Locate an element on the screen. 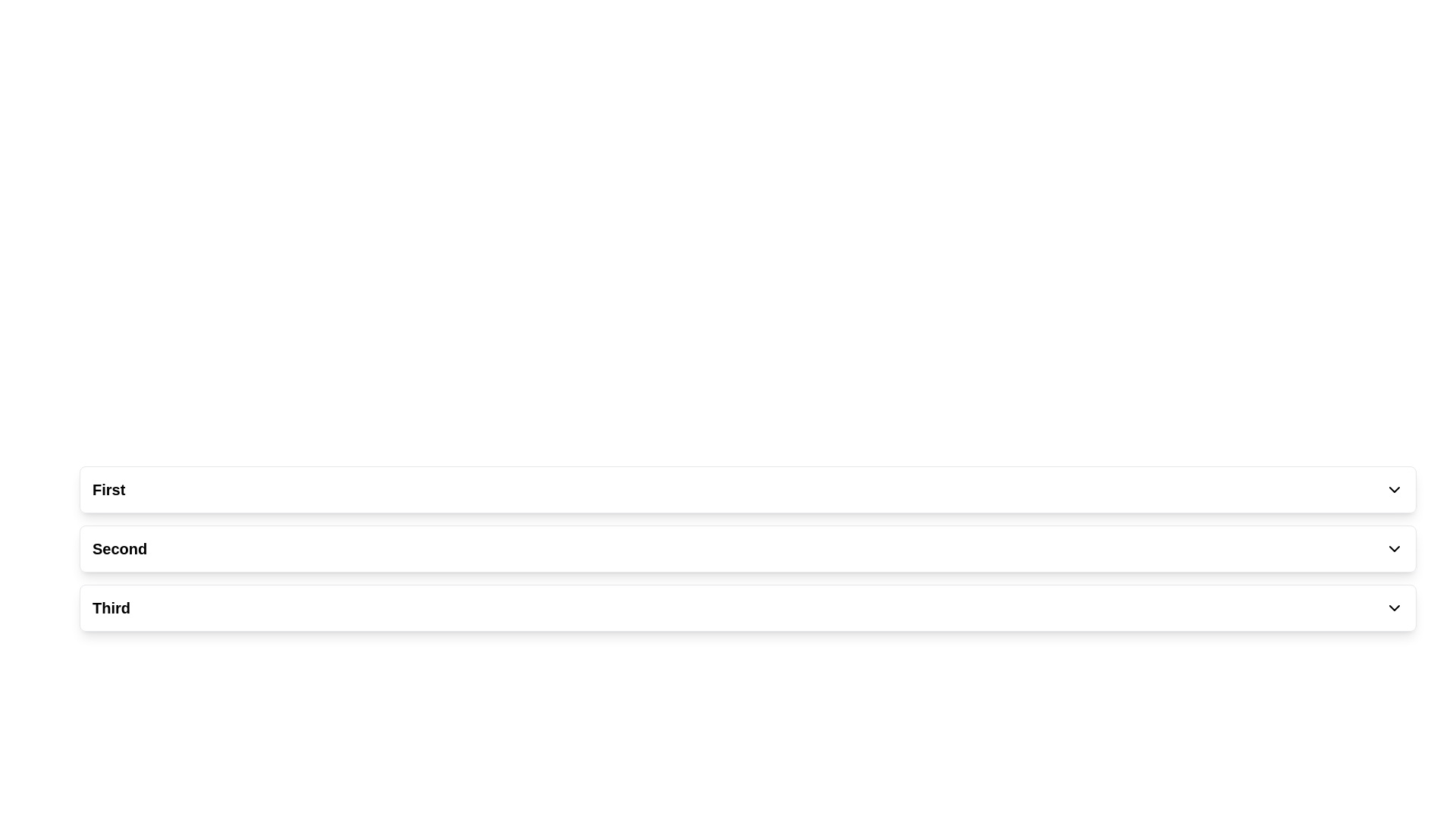  the text element displaying 'Second' in bold and larger font size, located in the second row of a vertical list between 'First' and 'Third' is located at coordinates (119, 549).